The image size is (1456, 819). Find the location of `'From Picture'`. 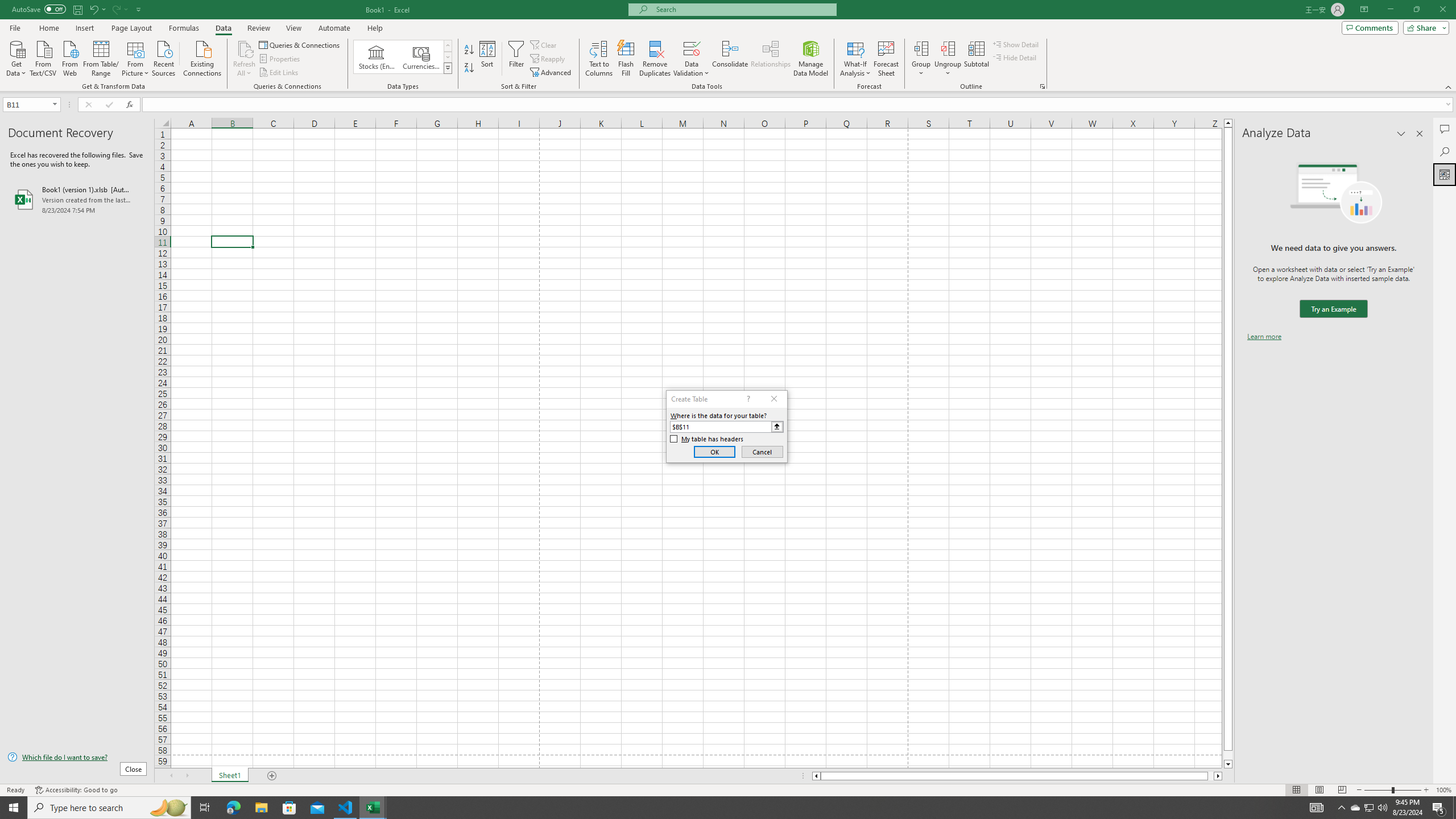

'From Picture' is located at coordinates (136, 57).